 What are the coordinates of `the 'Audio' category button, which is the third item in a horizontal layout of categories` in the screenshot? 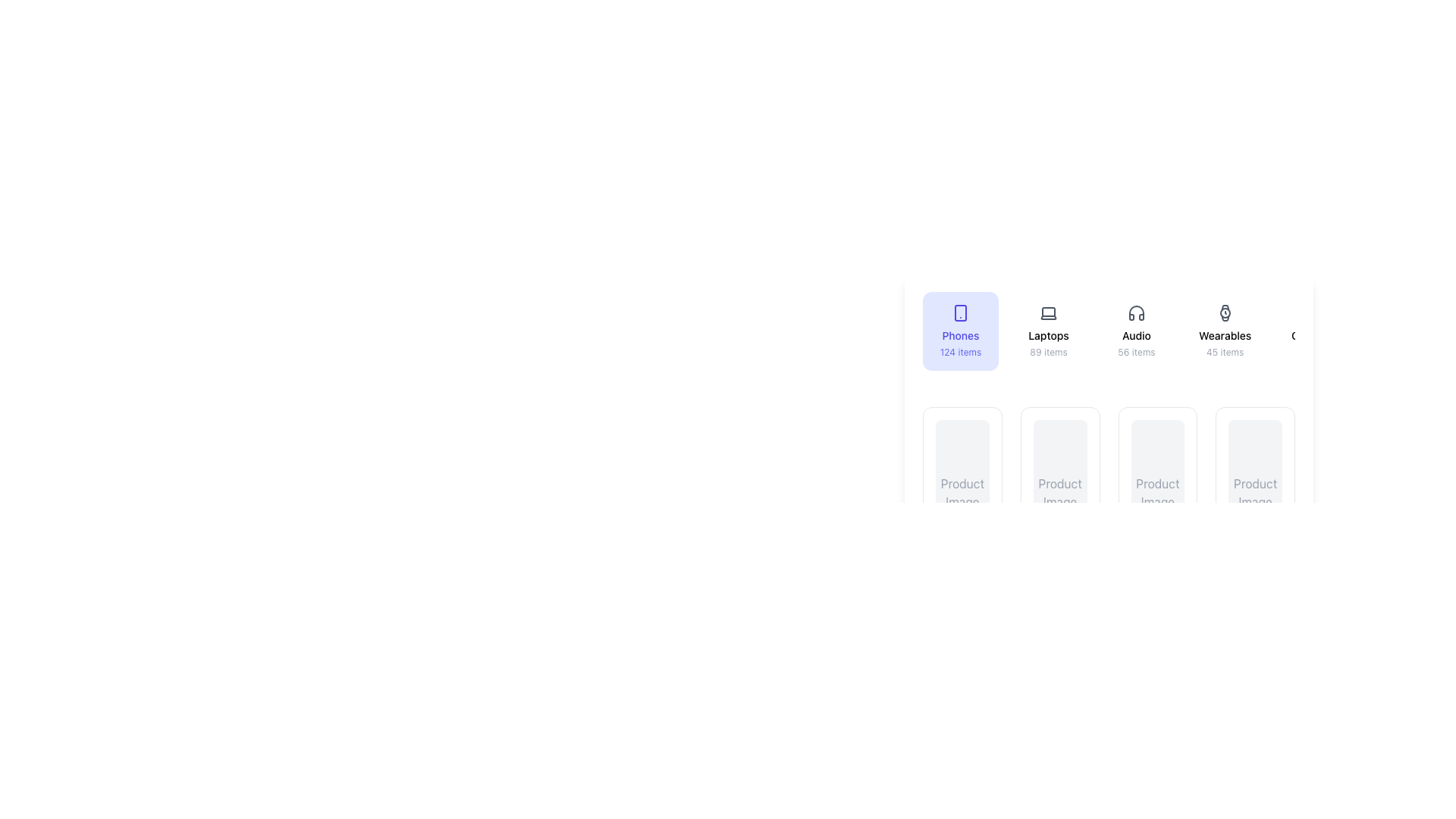 It's located at (1136, 330).